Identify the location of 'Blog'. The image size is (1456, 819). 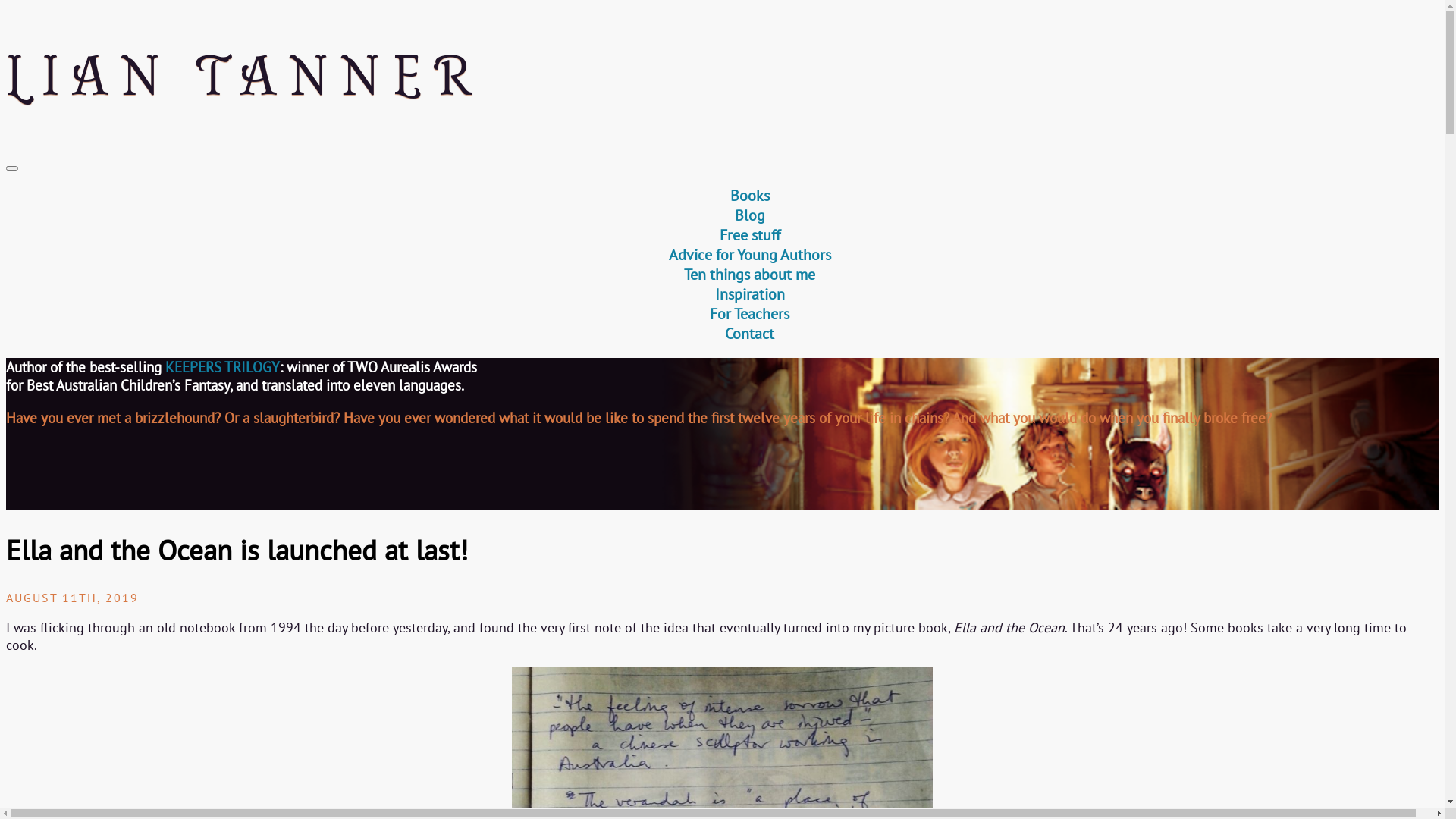
(749, 215).